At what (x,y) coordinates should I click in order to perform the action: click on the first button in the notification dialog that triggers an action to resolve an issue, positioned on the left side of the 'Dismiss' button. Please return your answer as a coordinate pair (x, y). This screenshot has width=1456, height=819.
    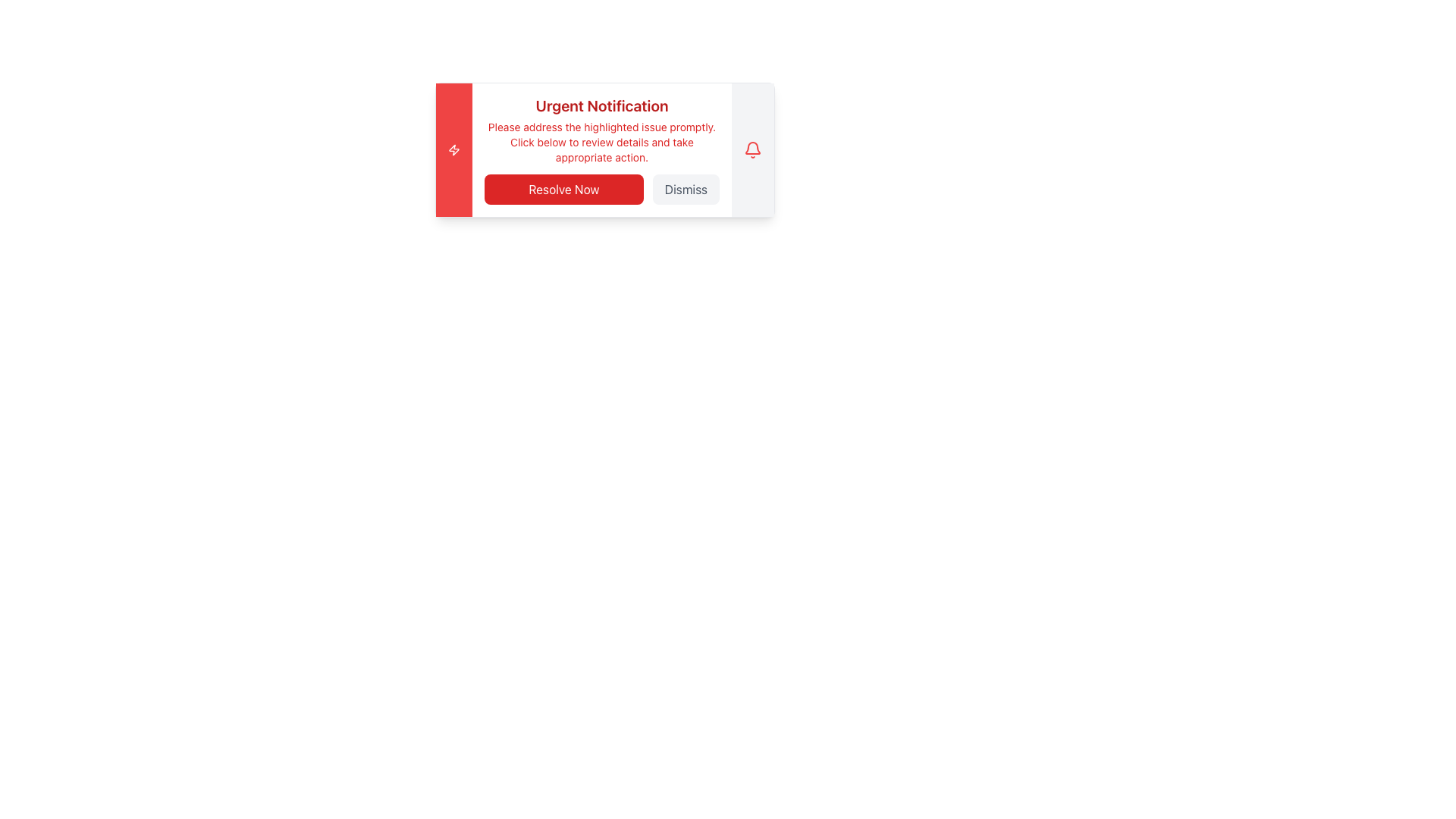
    Looking at the image, I should click on (563, 189).